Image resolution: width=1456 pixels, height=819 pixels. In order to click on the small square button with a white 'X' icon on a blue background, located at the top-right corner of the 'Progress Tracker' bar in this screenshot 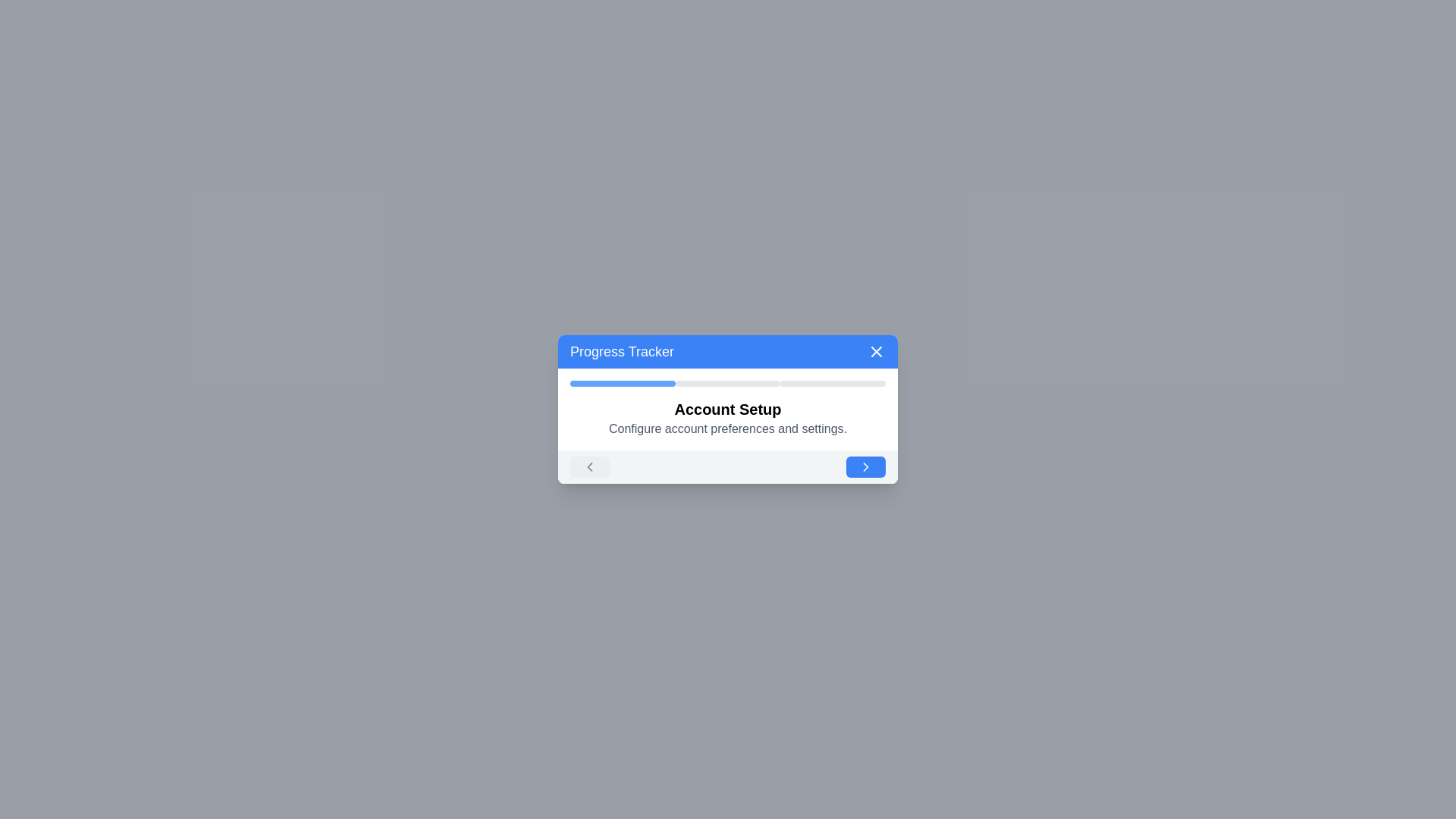, I will do `click(877, 351)`.